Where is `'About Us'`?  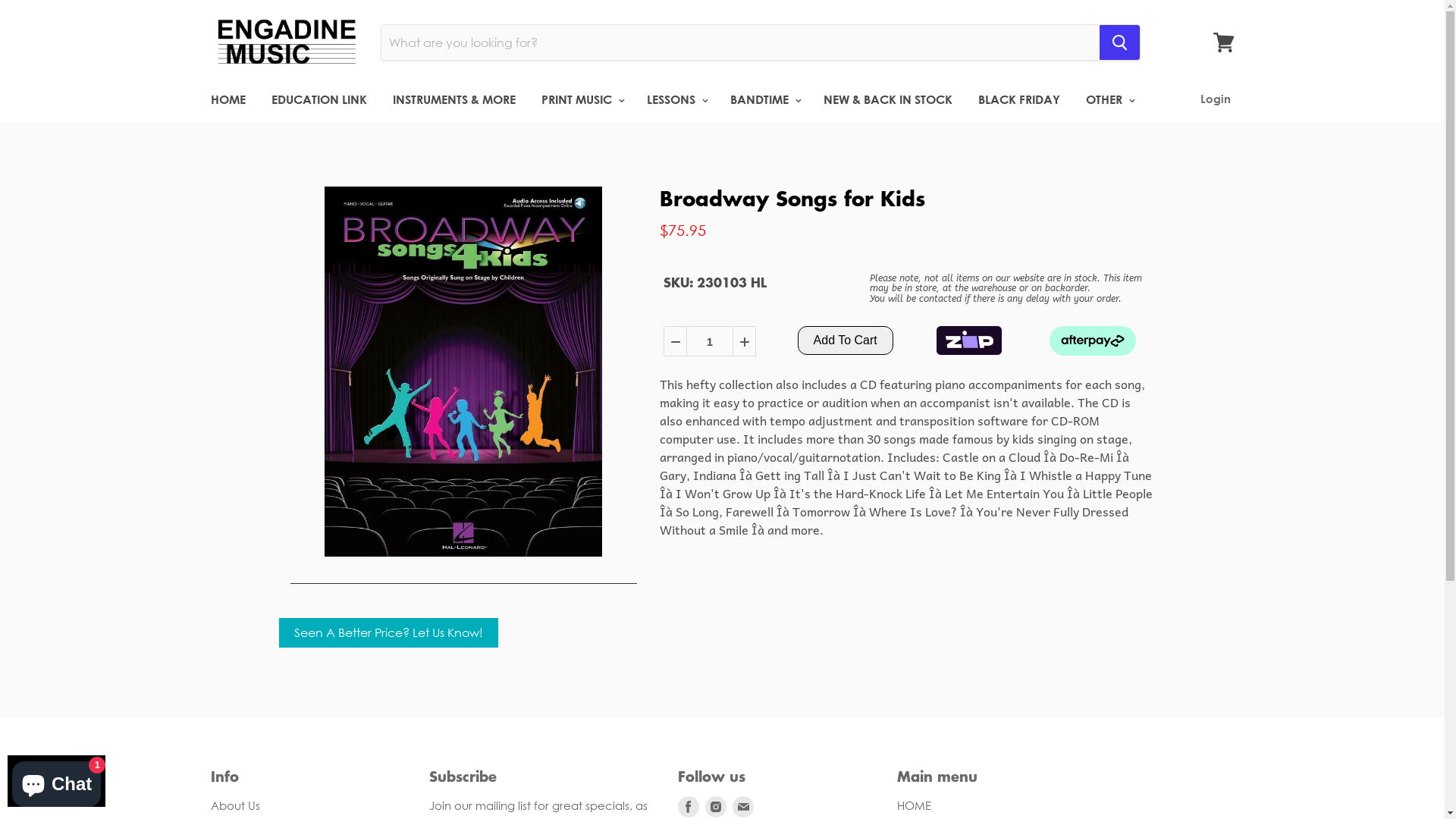 'About Us' is located at coordinates (234, 804).